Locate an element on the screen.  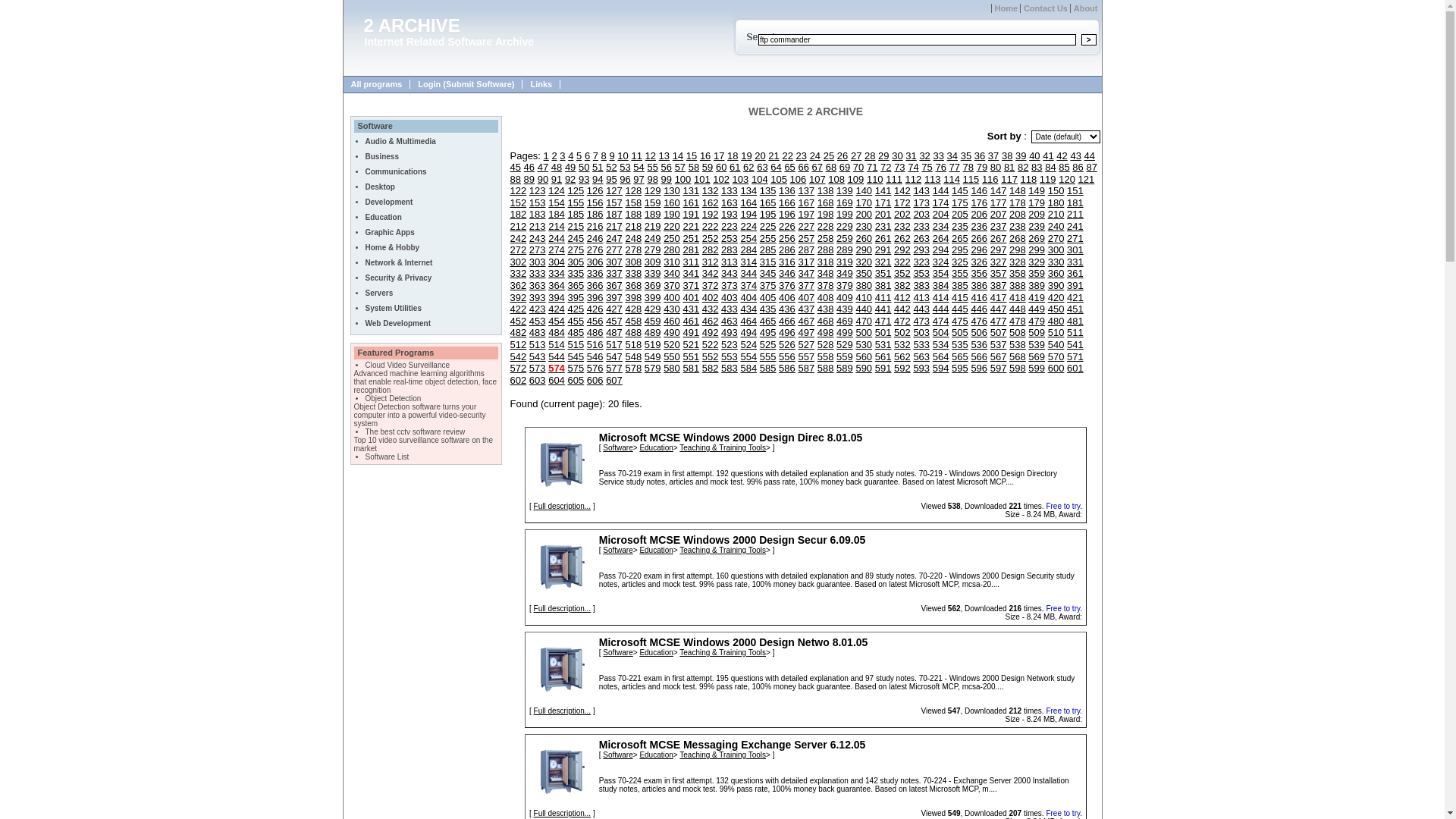
'299' is located at coordinates (1036, 249).